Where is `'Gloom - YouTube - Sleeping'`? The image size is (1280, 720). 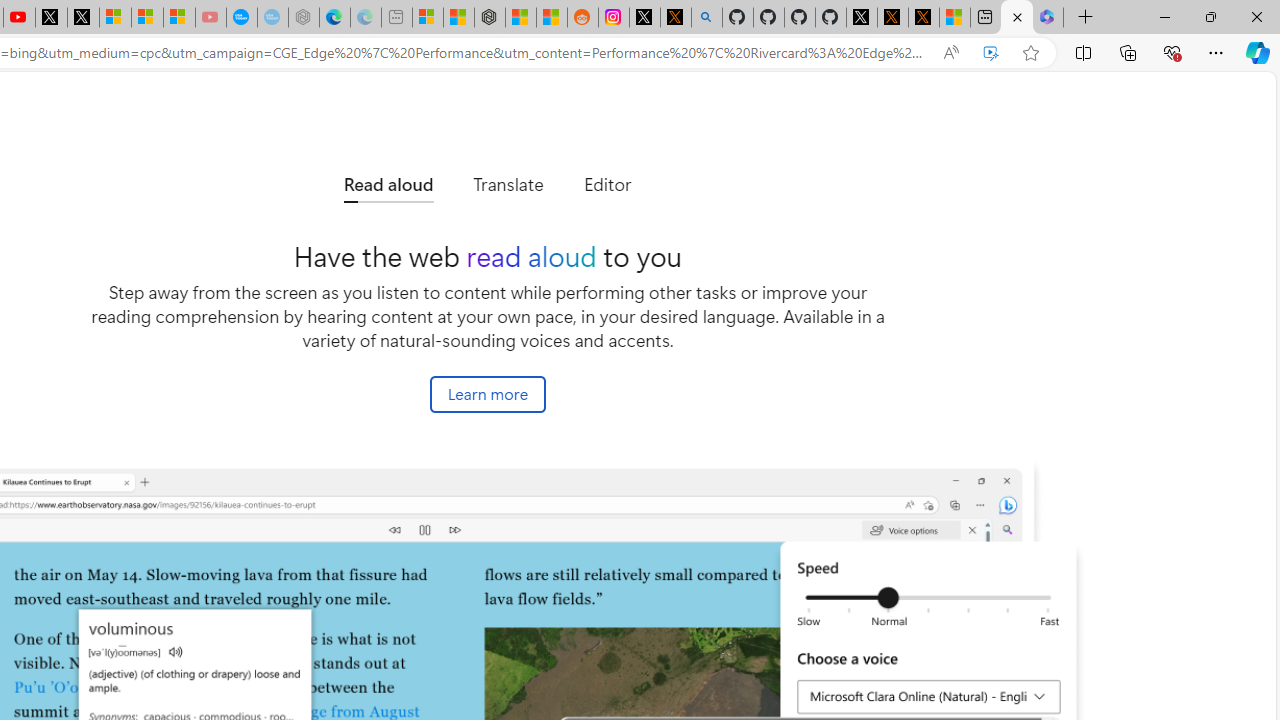 'Gloom - YouTube - Sleeping' is located at coordinates (211, 17).